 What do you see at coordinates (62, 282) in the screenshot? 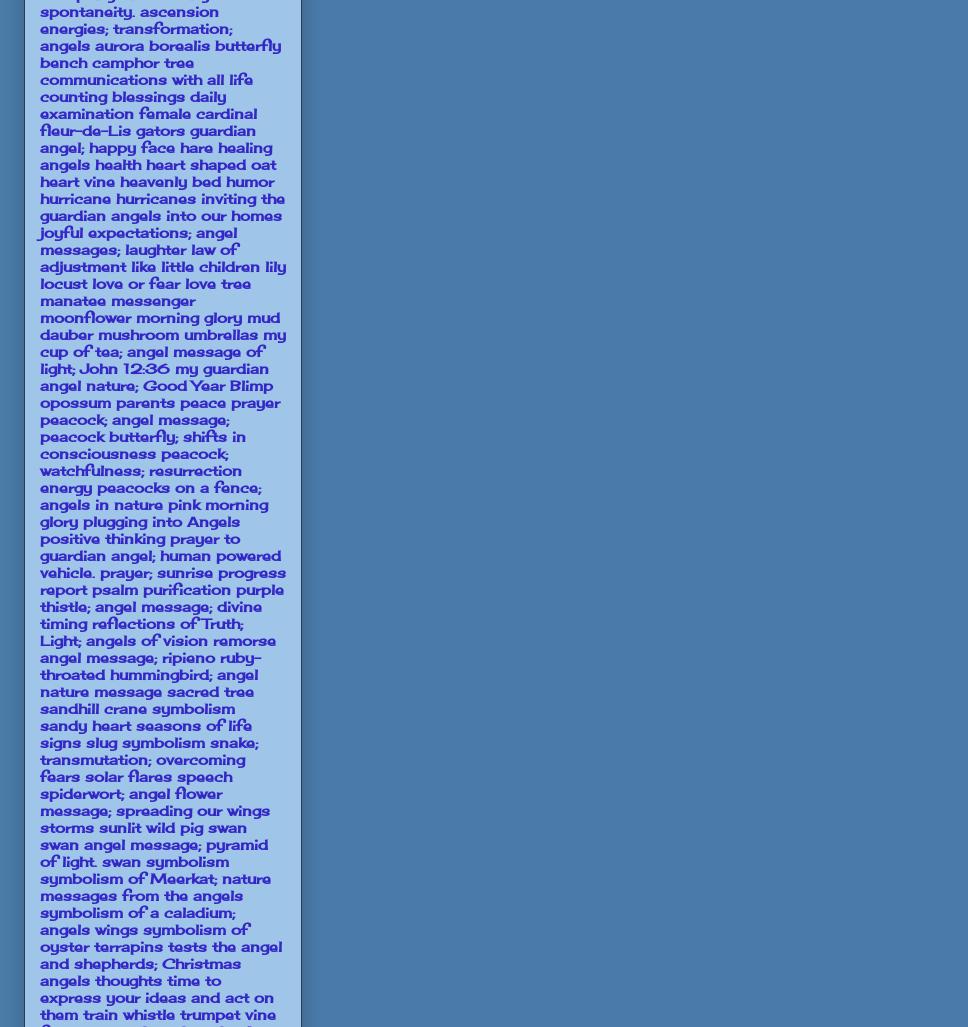
I see `'locust'` at bounding box center [62, 282].